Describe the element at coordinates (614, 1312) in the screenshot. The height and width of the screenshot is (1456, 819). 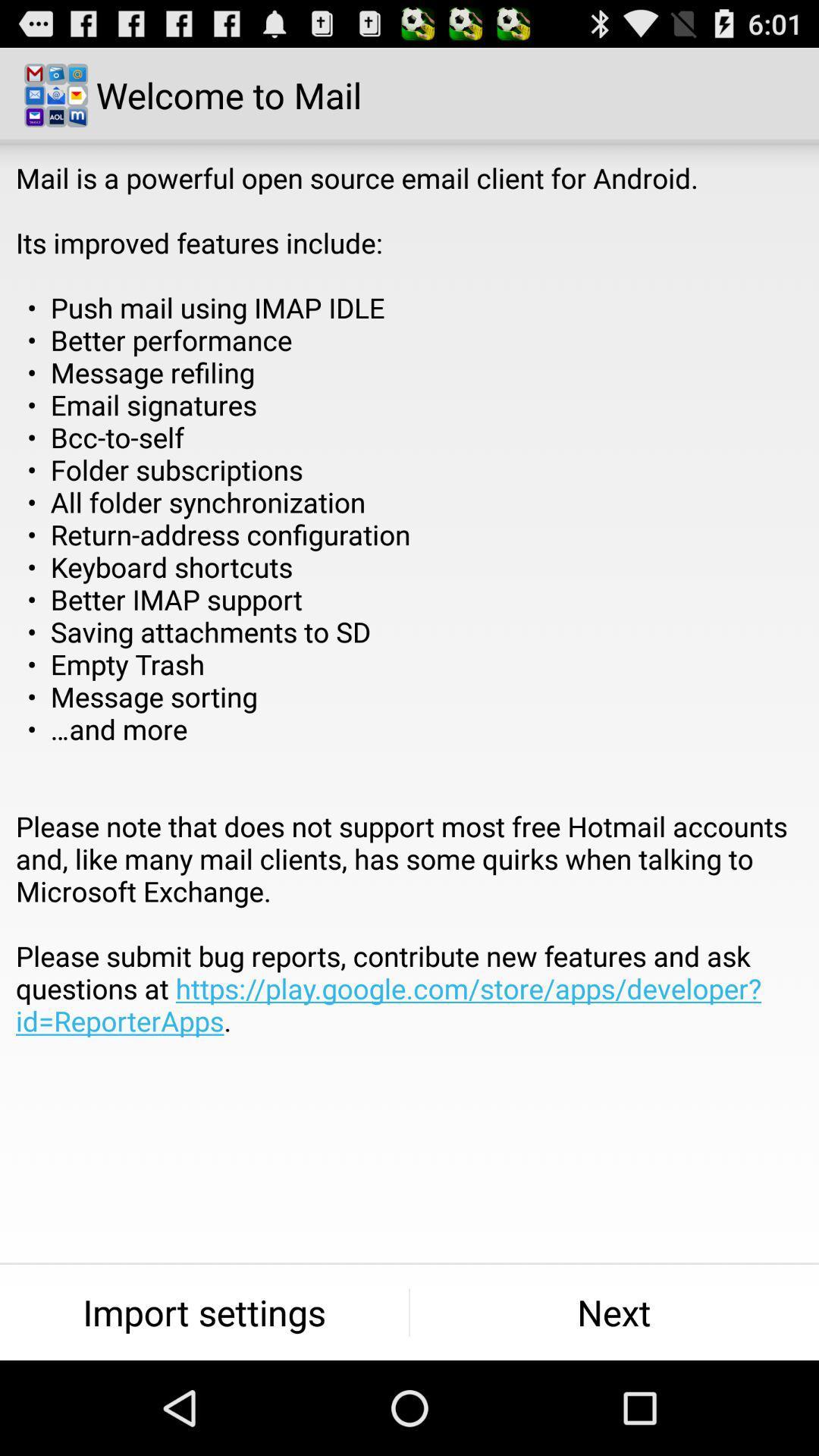
I see `icon at the bottom right corner` at that location.